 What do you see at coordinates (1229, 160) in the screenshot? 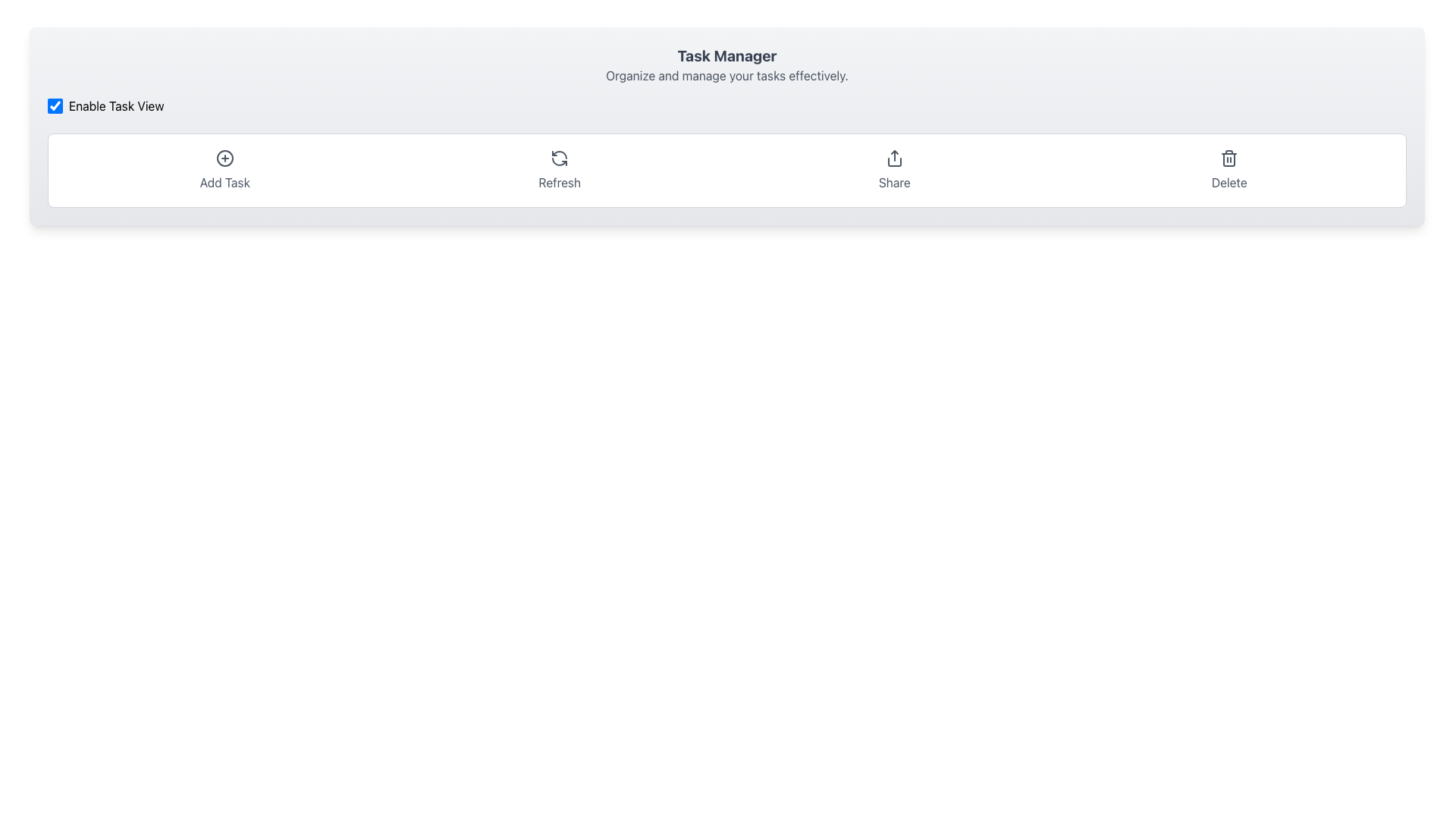
I see `the delete icon button located on the right-most side of the action buttons row` at bounding box center [1229, 160].